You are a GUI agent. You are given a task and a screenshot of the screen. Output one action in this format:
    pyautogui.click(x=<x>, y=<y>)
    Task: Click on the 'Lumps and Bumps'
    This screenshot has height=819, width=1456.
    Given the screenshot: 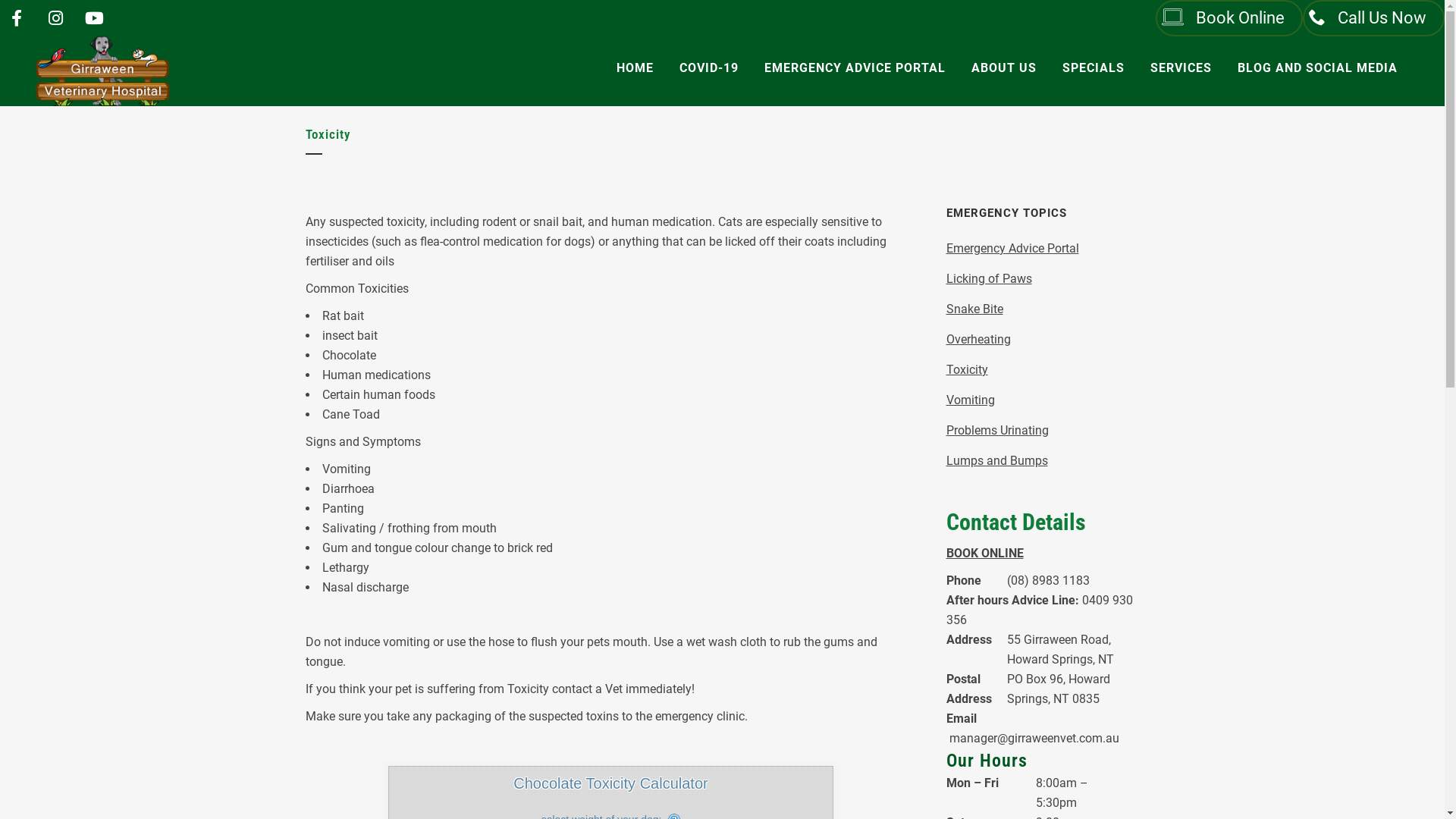 What is the action you would take?
    pyautogui.click(x=997, y=460)
    